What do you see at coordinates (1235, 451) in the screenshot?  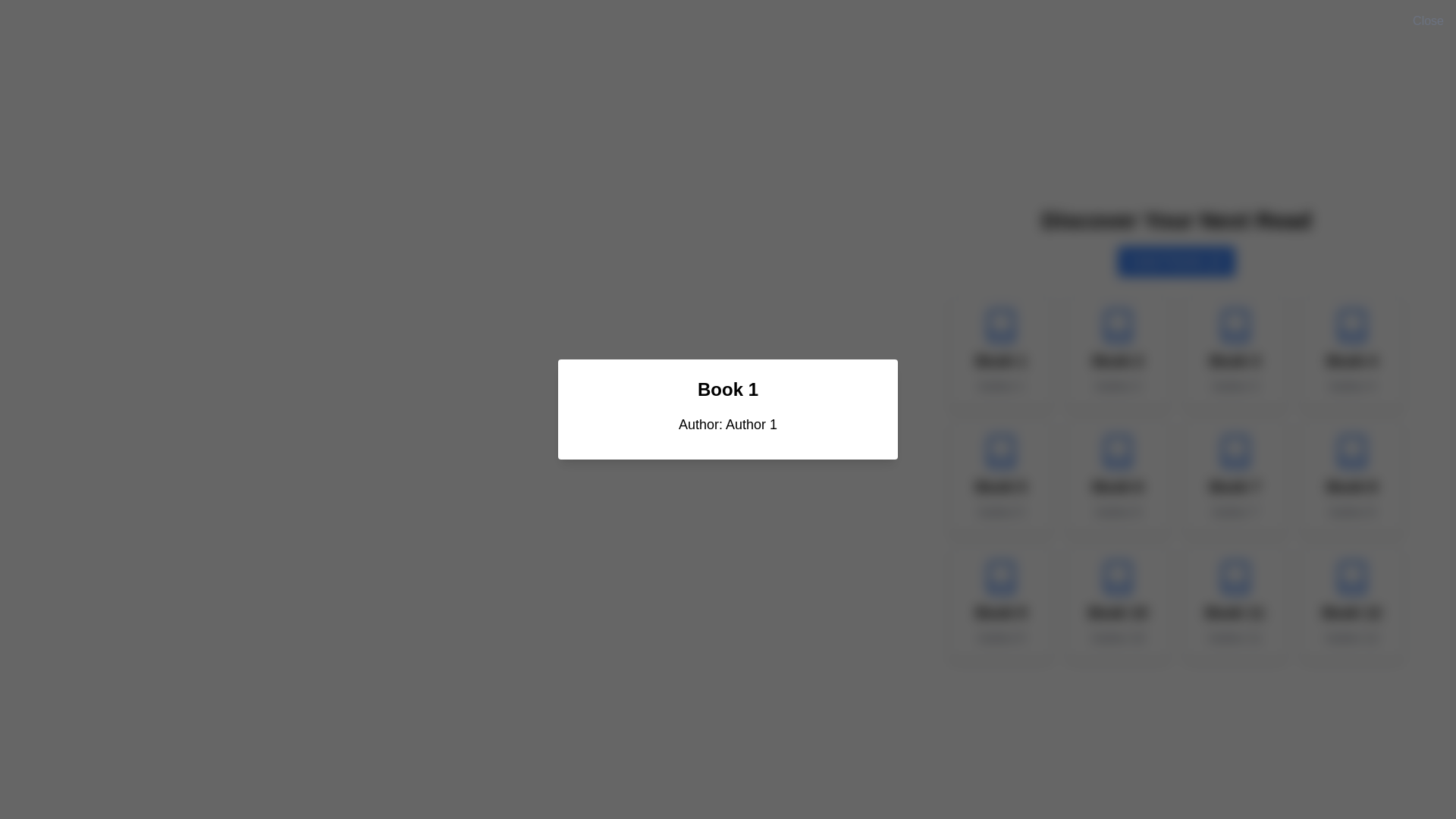 I see `the book icon representing 'Book 7' by 'Author 7', which is located at the top of the card above the title text` at bounding box center [1235, 451].